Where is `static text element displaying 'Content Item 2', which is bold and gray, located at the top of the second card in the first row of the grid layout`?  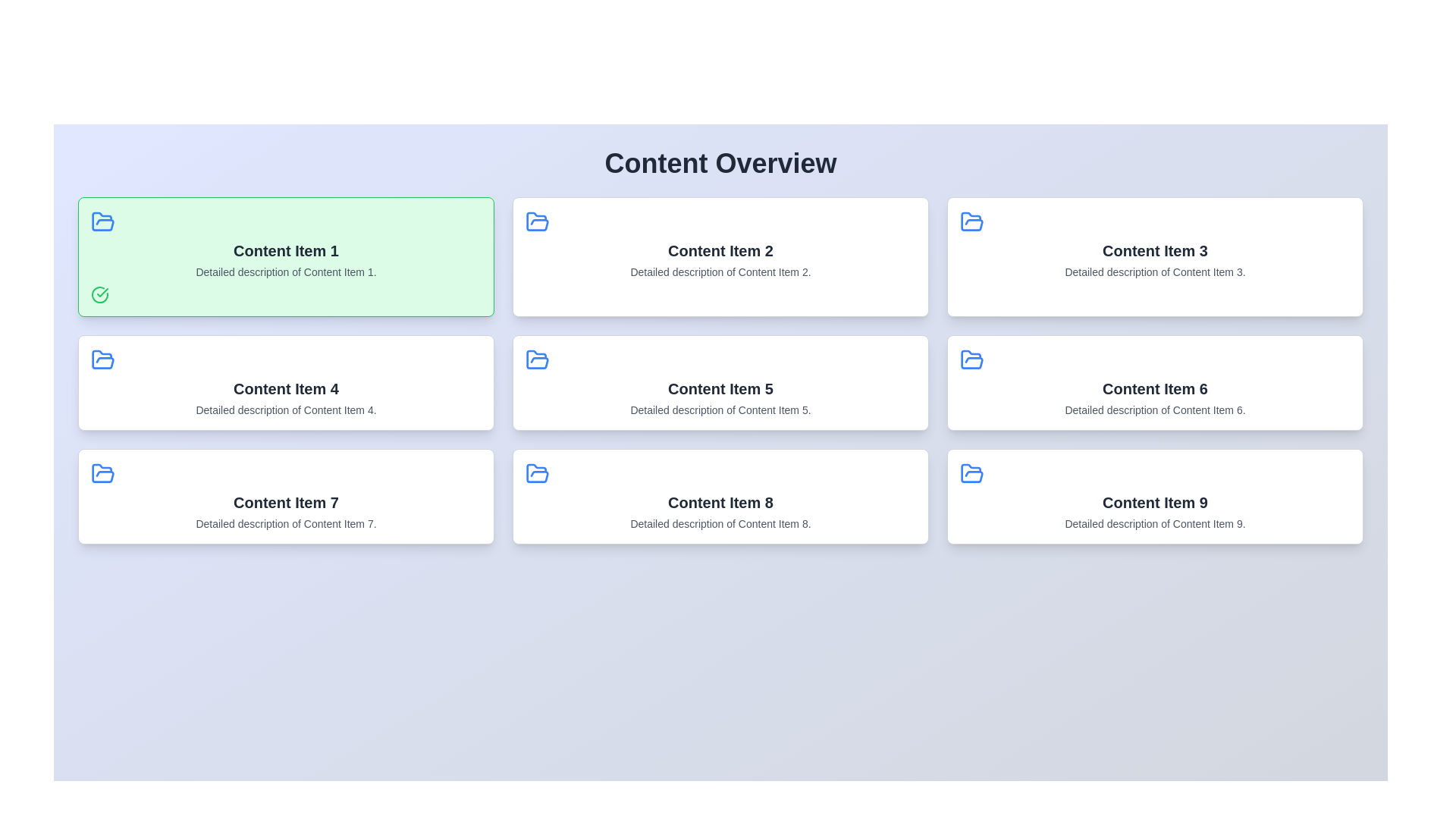
static text element displaying 'Content Item 2', which is bold and gray, located at the top of the second card in the first row of the grid layout is located at coordinates (720, 250).